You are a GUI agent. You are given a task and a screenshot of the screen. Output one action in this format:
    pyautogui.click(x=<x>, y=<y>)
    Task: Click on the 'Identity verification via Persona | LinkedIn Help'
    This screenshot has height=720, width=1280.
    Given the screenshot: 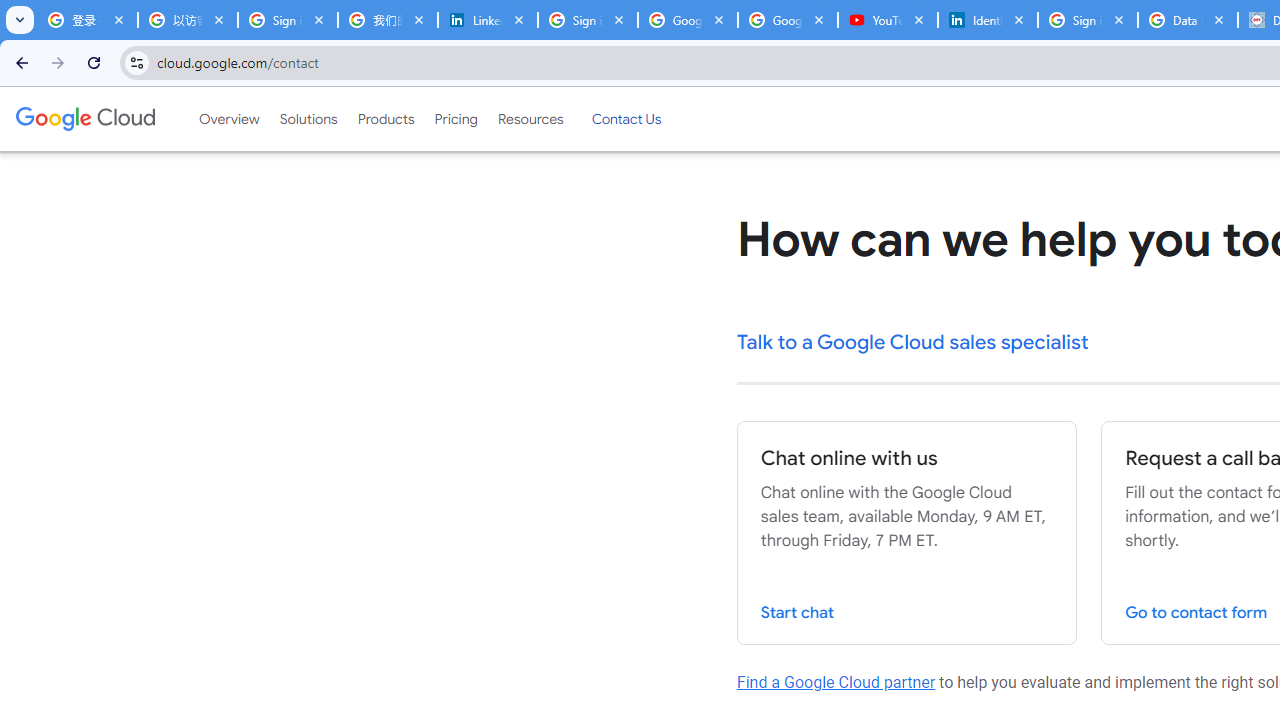 What is the action you would take?
    pyautogui.click(x=988, y=20)
    